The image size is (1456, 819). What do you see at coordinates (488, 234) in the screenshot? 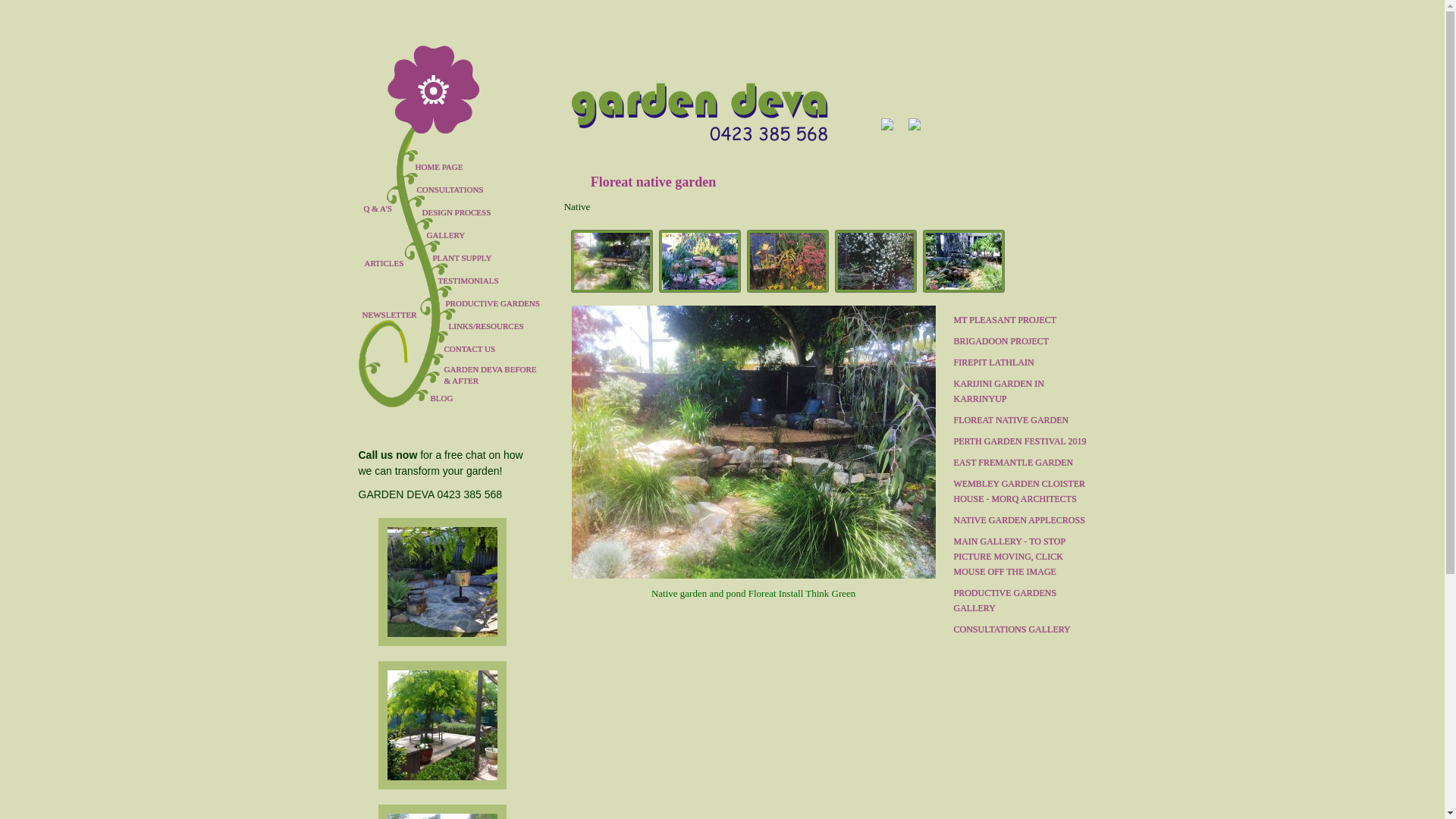
I see `'GALLERY'` at bounding box center [488, 234].